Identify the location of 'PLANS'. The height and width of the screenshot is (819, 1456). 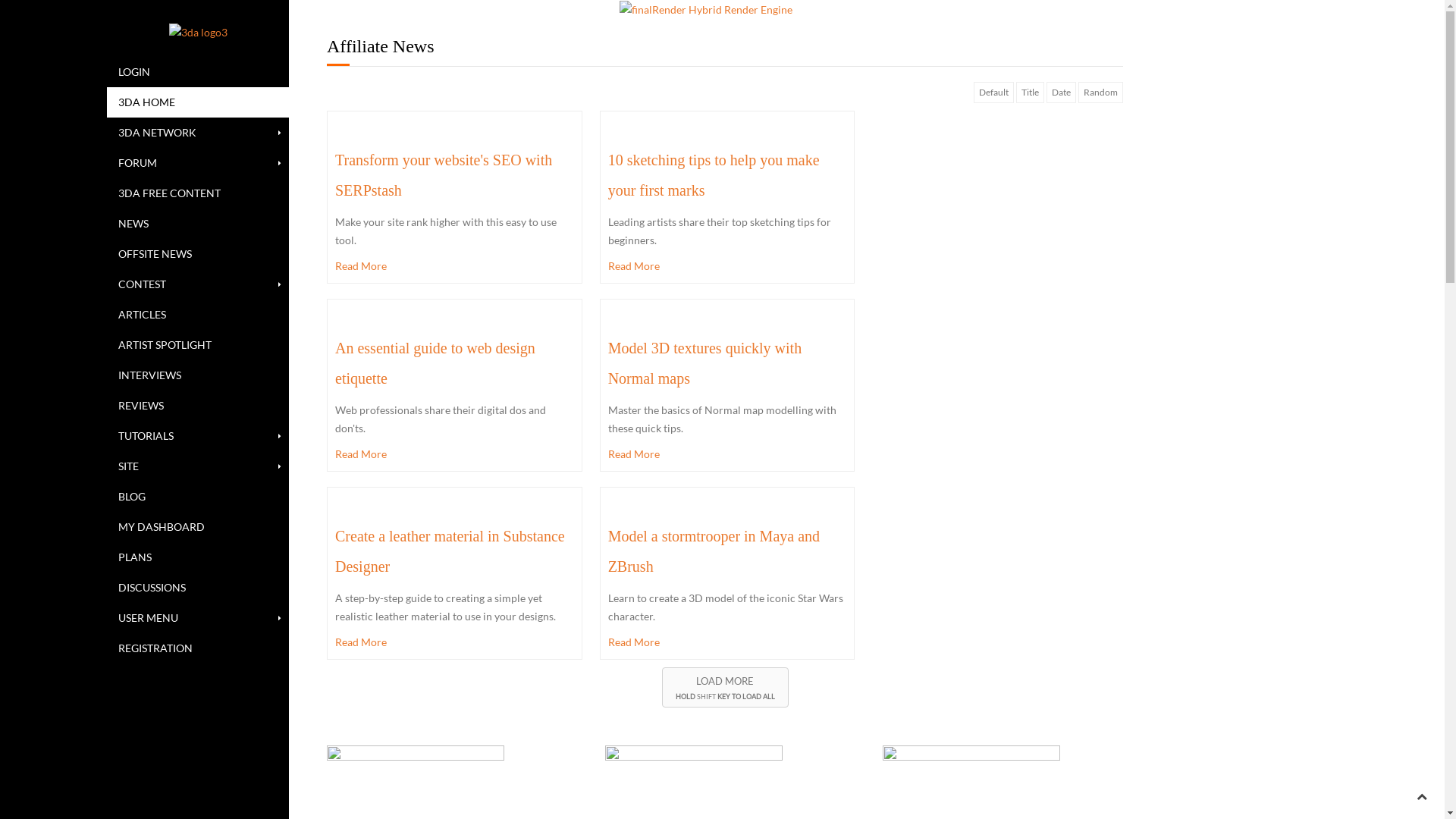
(196, 557).